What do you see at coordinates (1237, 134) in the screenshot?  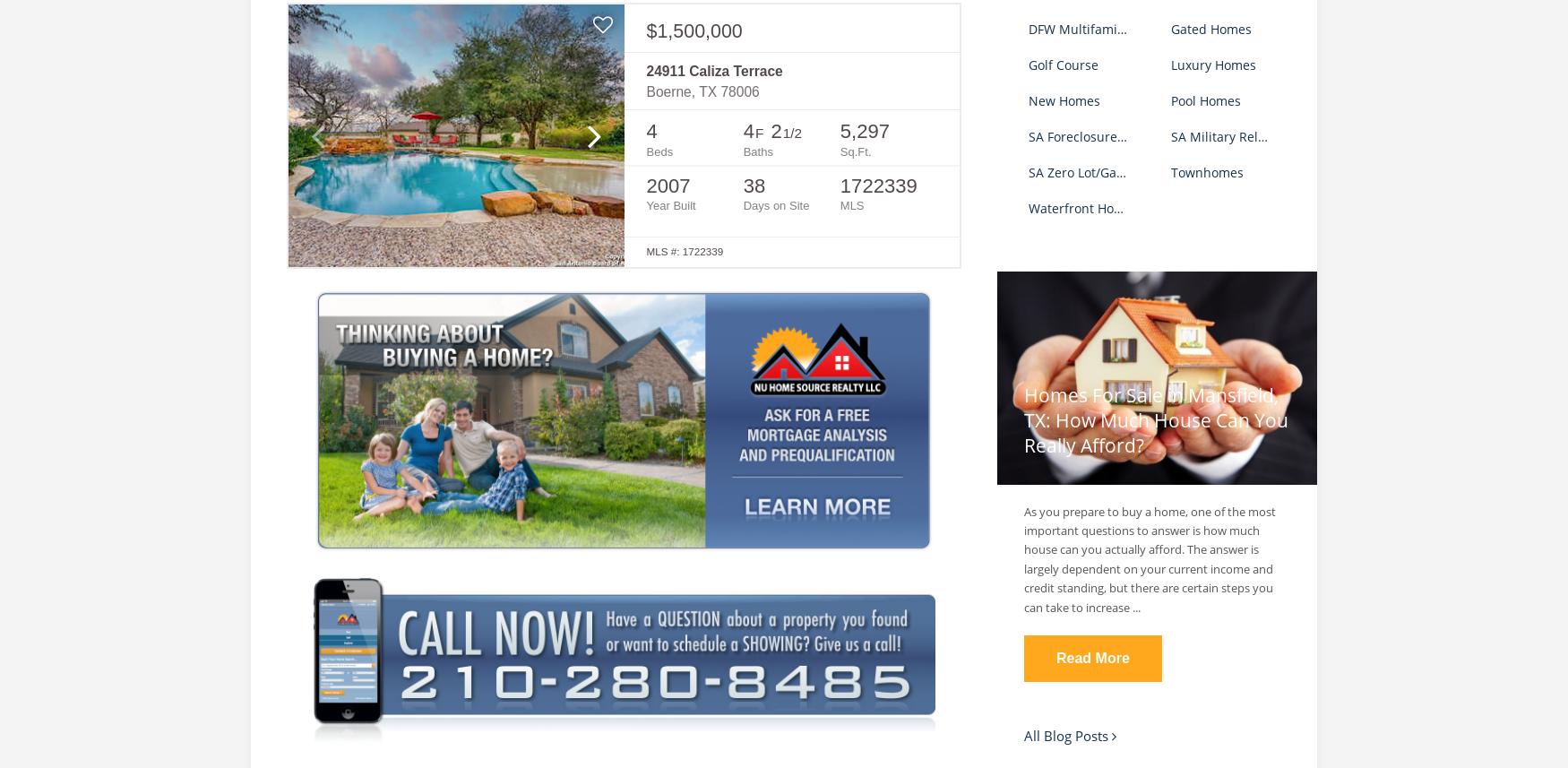 I see `'SA Military Relocations'` at bounding box center [1237, 134].